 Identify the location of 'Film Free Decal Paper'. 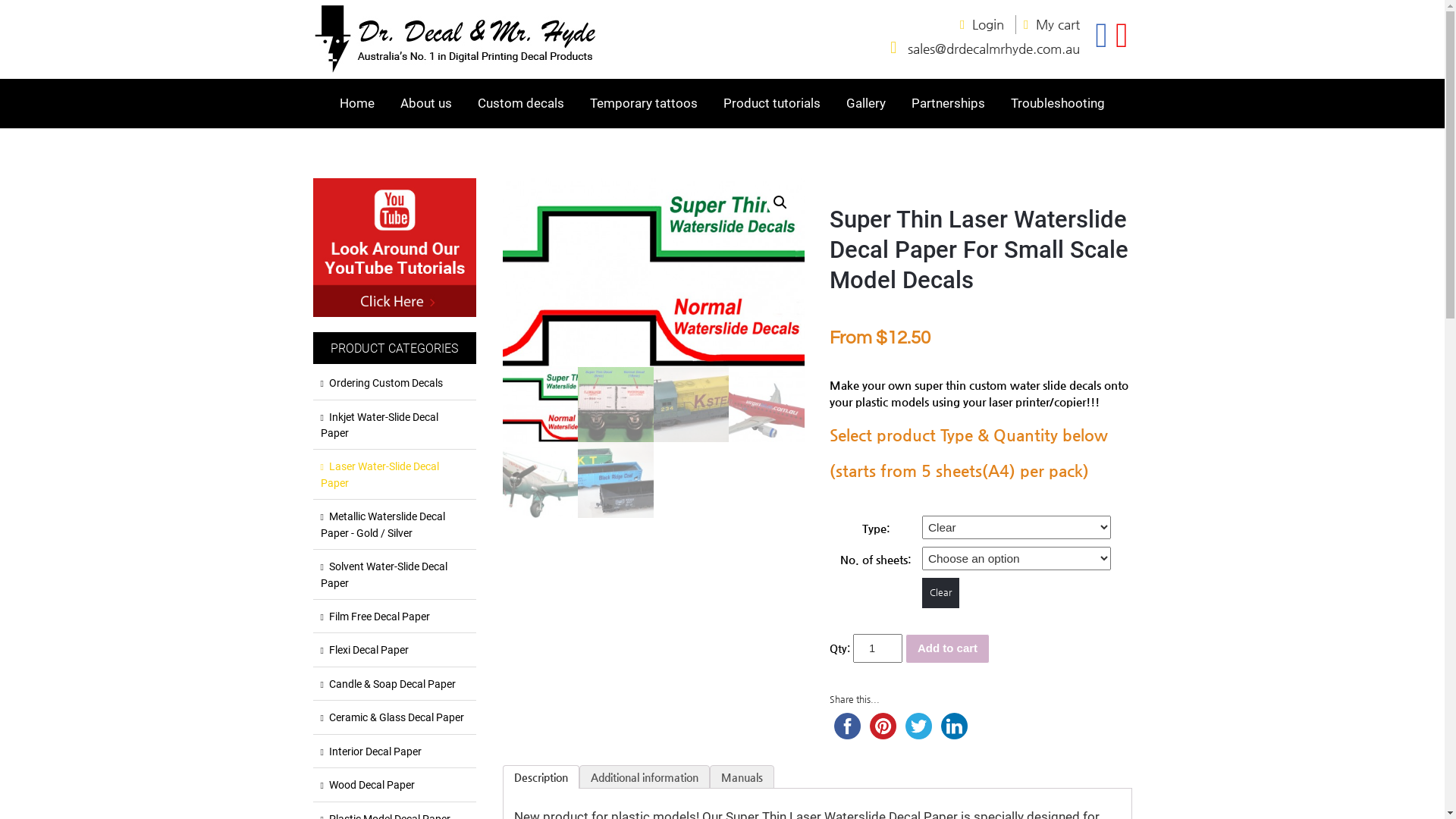
(394, 617).